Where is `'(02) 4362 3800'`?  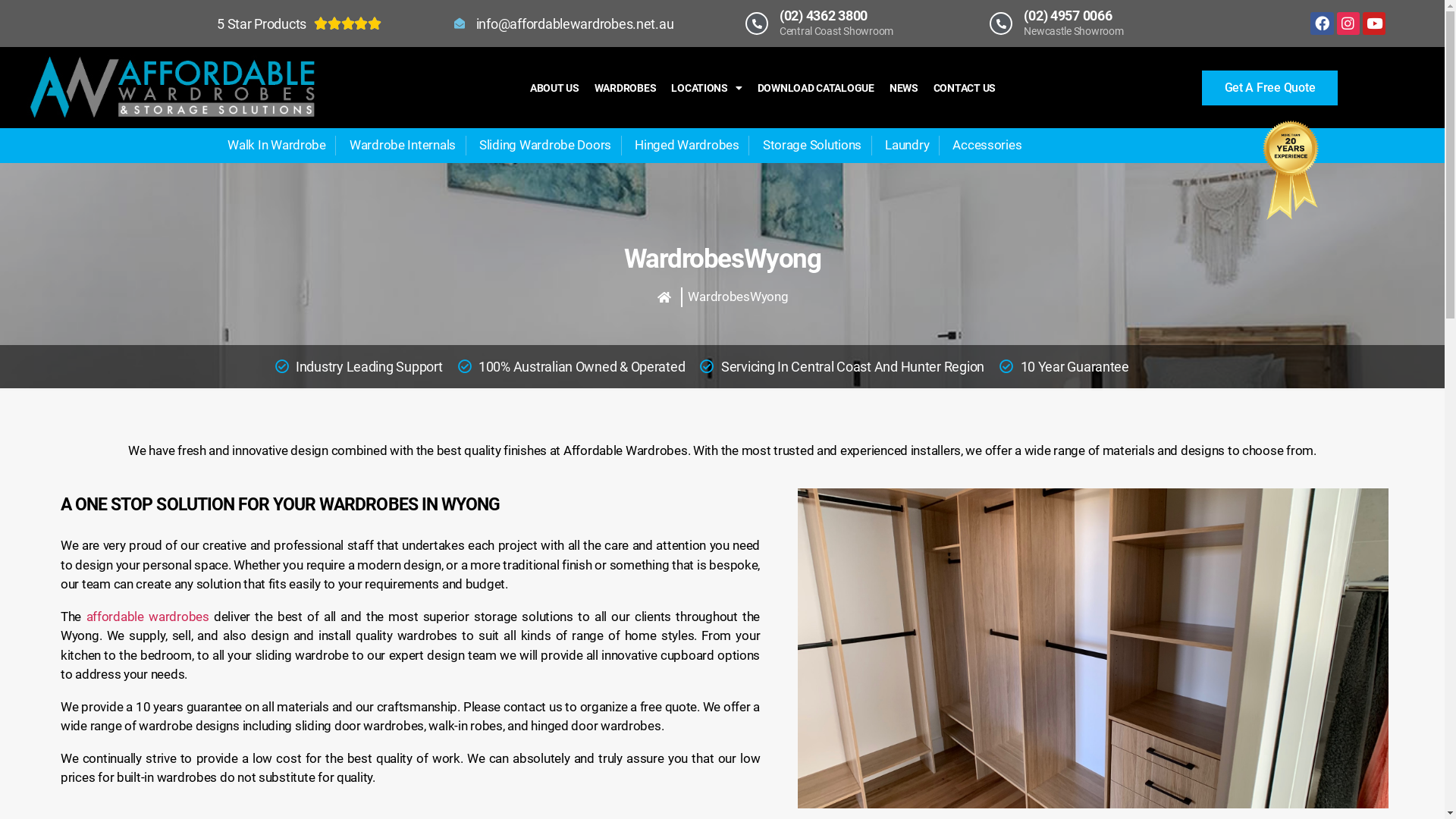
'(02) 4362 3800' is located at coordinates (822, 15).